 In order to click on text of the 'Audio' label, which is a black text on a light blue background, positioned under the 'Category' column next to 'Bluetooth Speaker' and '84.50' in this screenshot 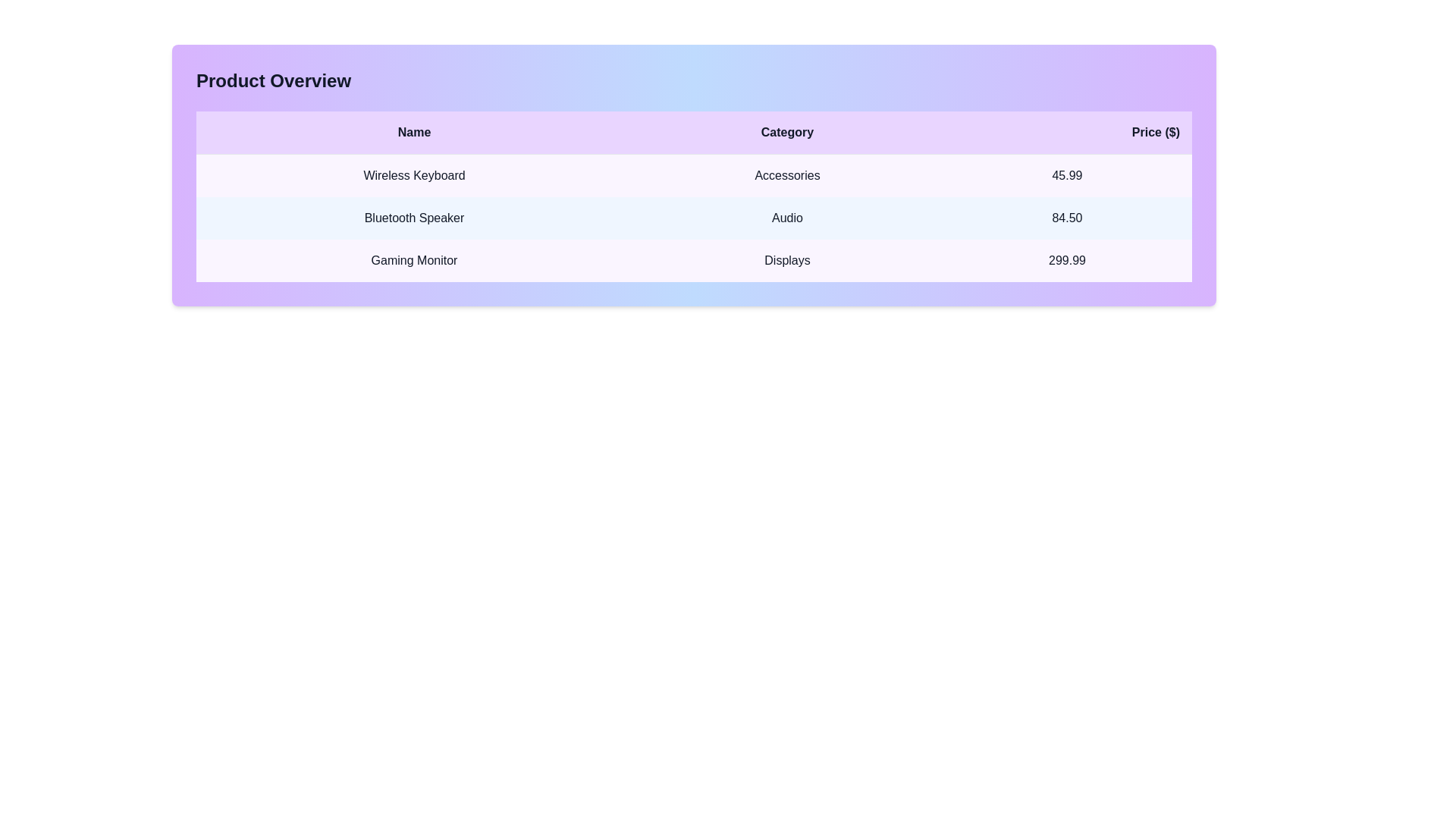, I will do `click(787, 218)`.